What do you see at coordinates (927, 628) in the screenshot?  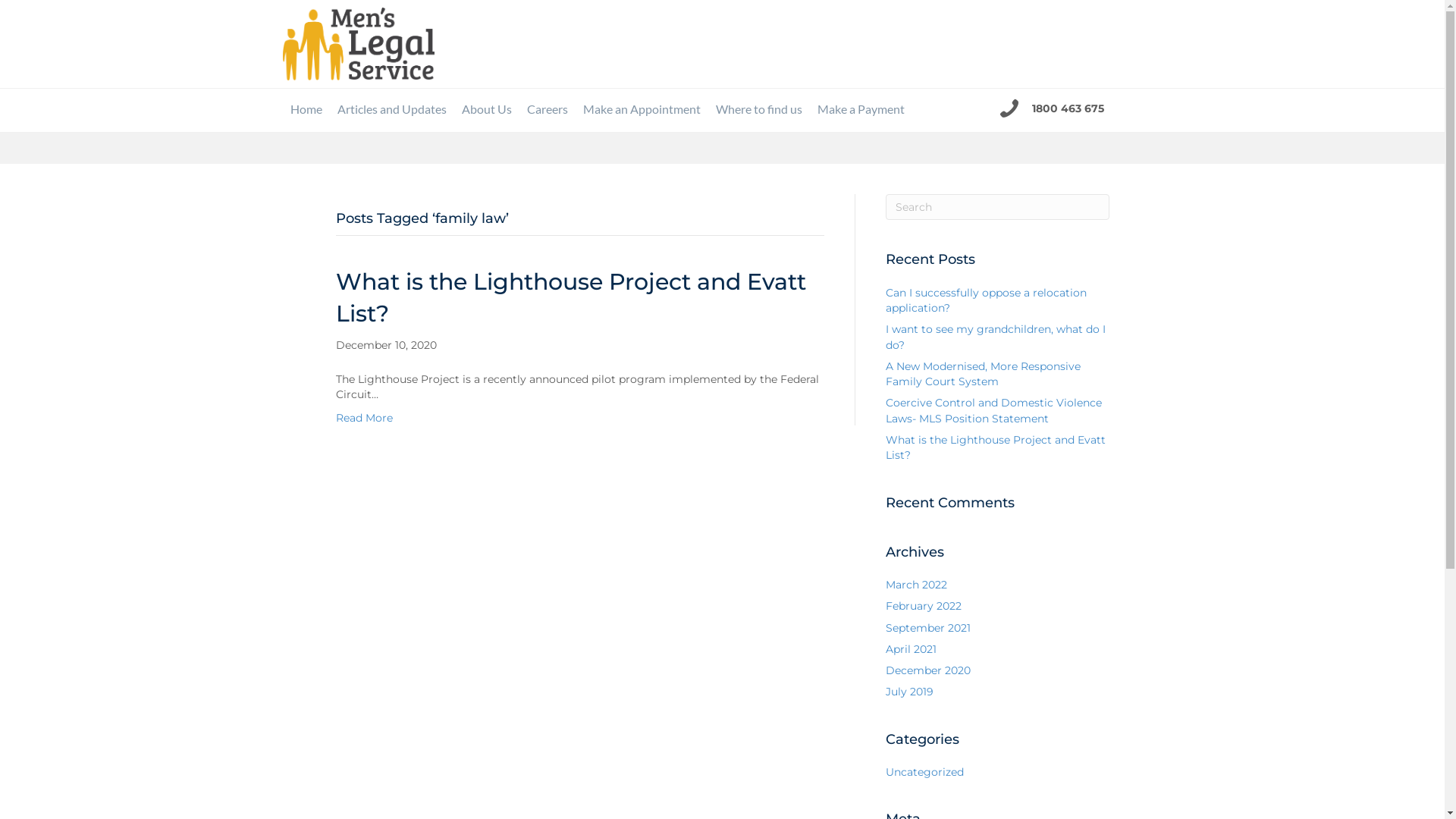 I see `'September 2021'` at bounding box center [927, 628].